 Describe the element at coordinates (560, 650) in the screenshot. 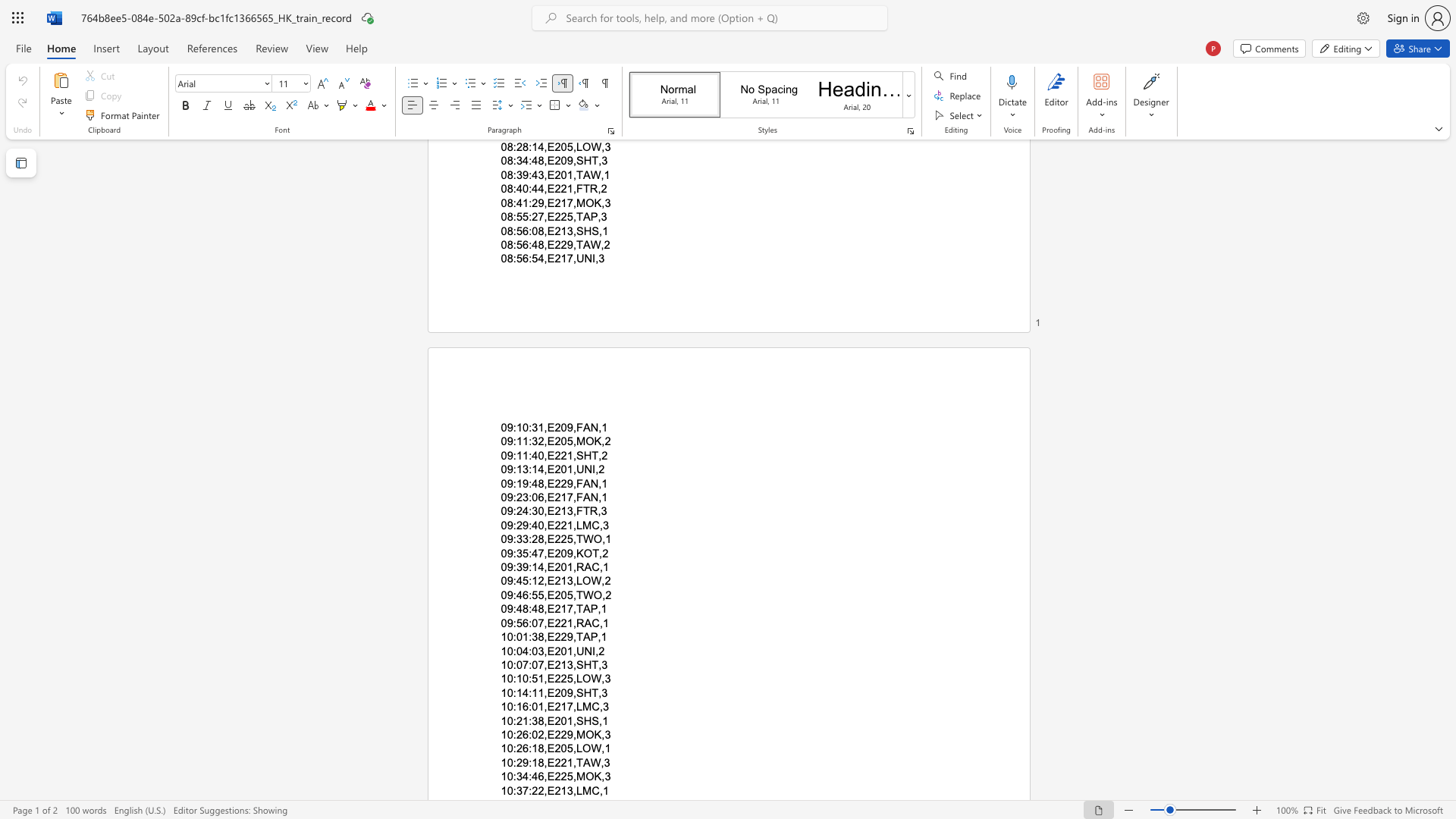

I see `the subset text "01,UNI,2" within the text "10:04:03,E201,UNI,2"` at that location.